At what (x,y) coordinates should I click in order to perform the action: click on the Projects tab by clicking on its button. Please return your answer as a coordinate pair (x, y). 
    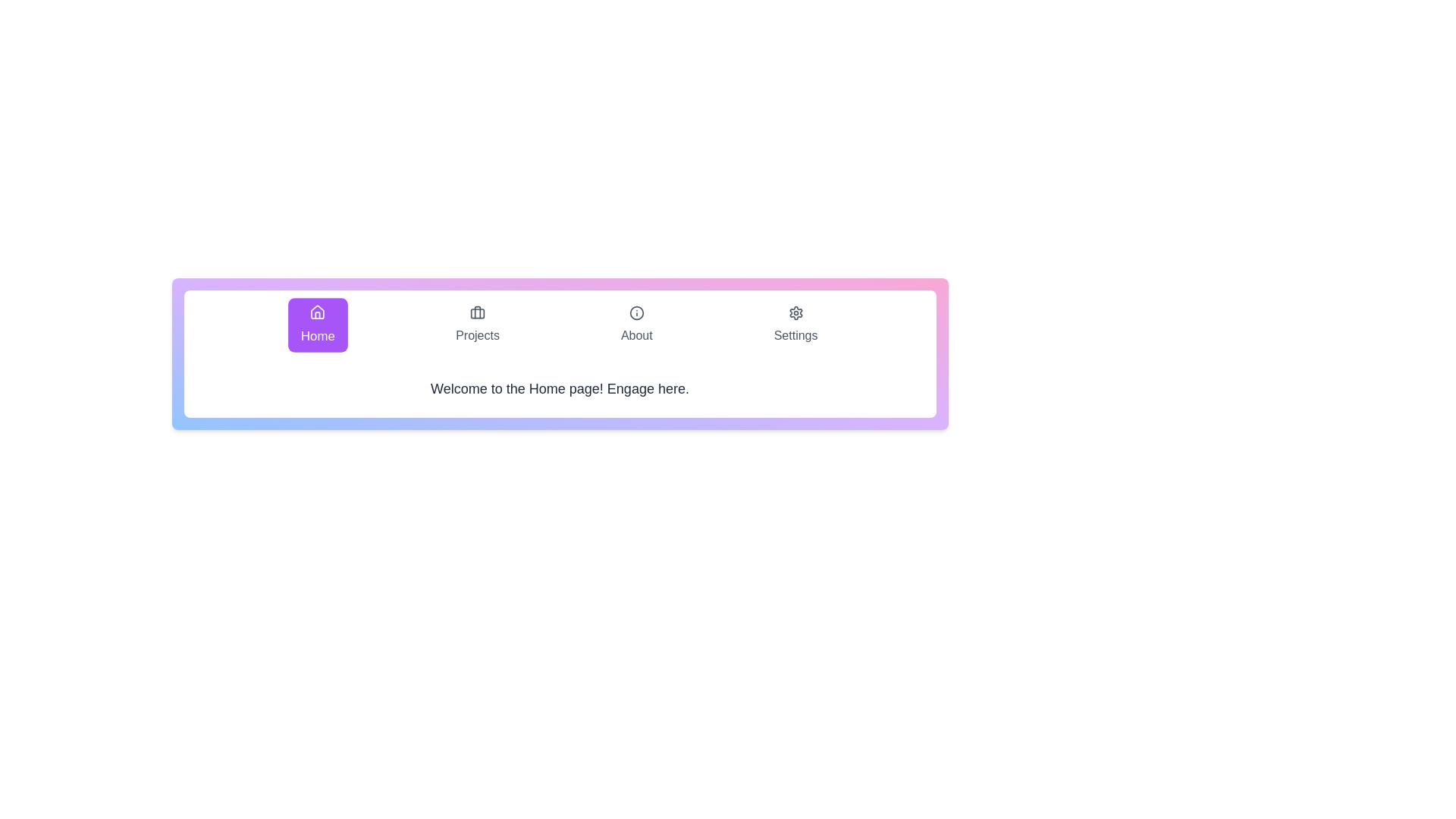
    Looking at the image, I should click on (476, 324).